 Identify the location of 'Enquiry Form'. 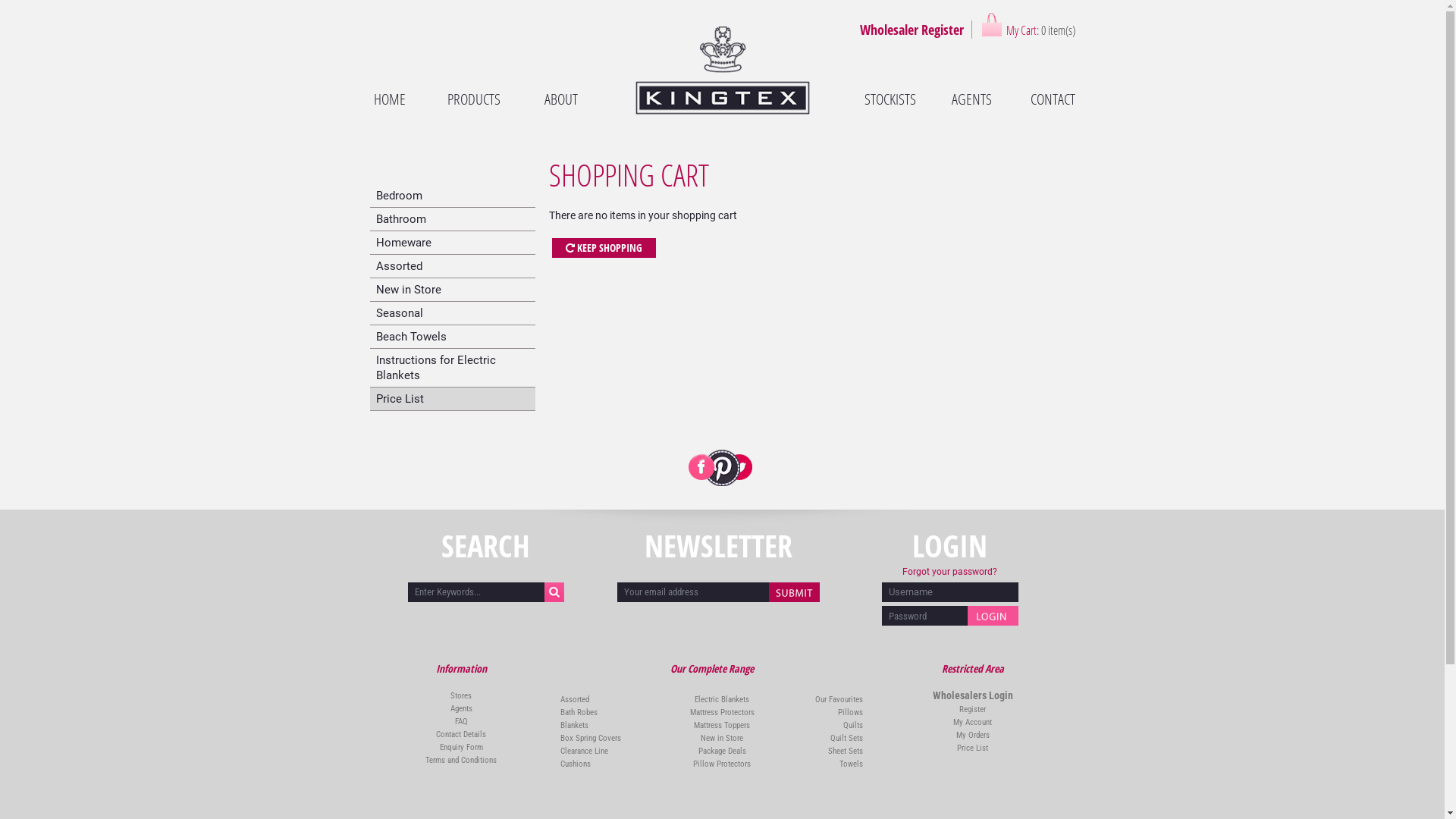
(460, 746).